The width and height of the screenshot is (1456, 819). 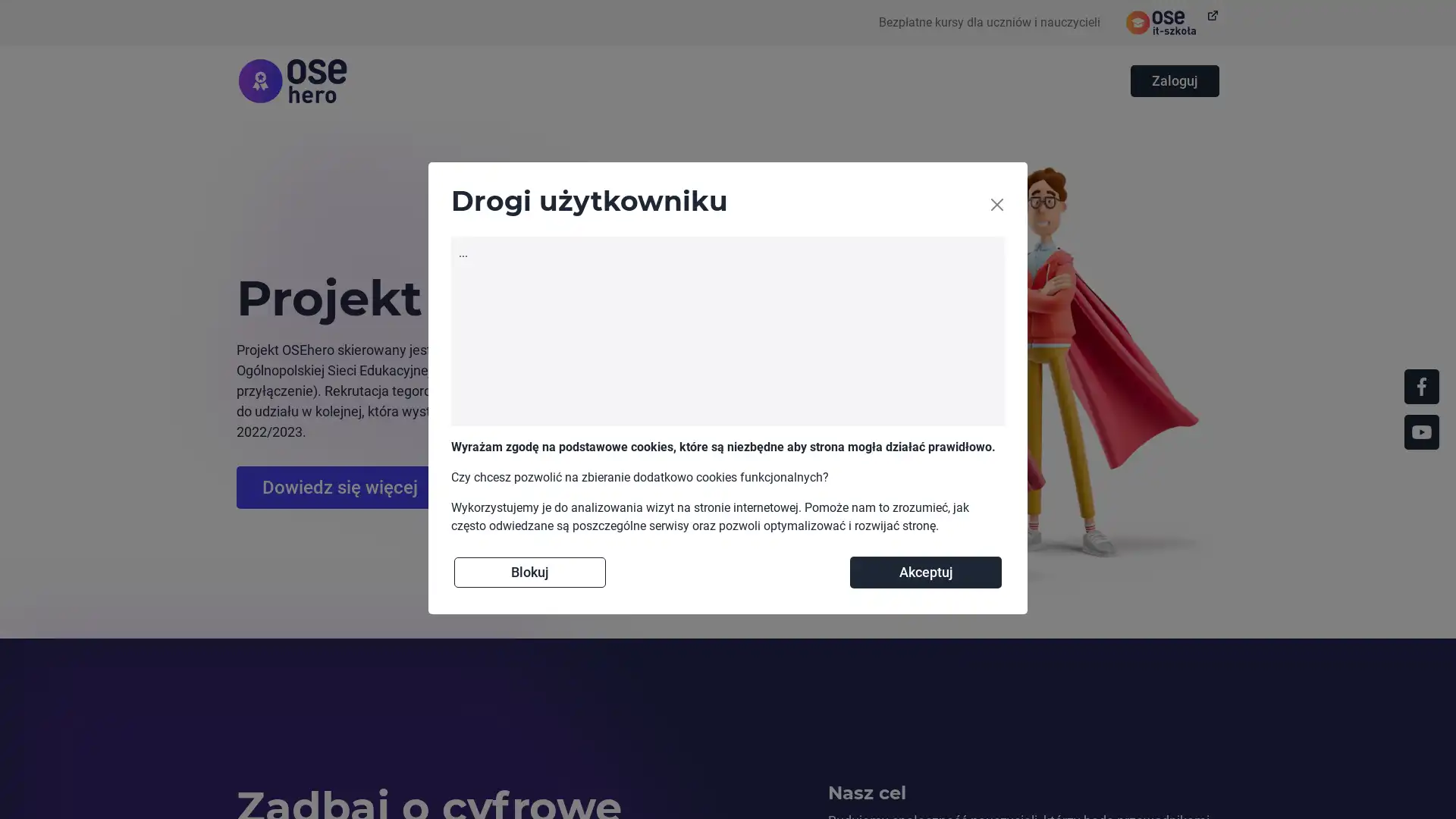 I want to click on Zaloguj, so click(x=1174, y=81).